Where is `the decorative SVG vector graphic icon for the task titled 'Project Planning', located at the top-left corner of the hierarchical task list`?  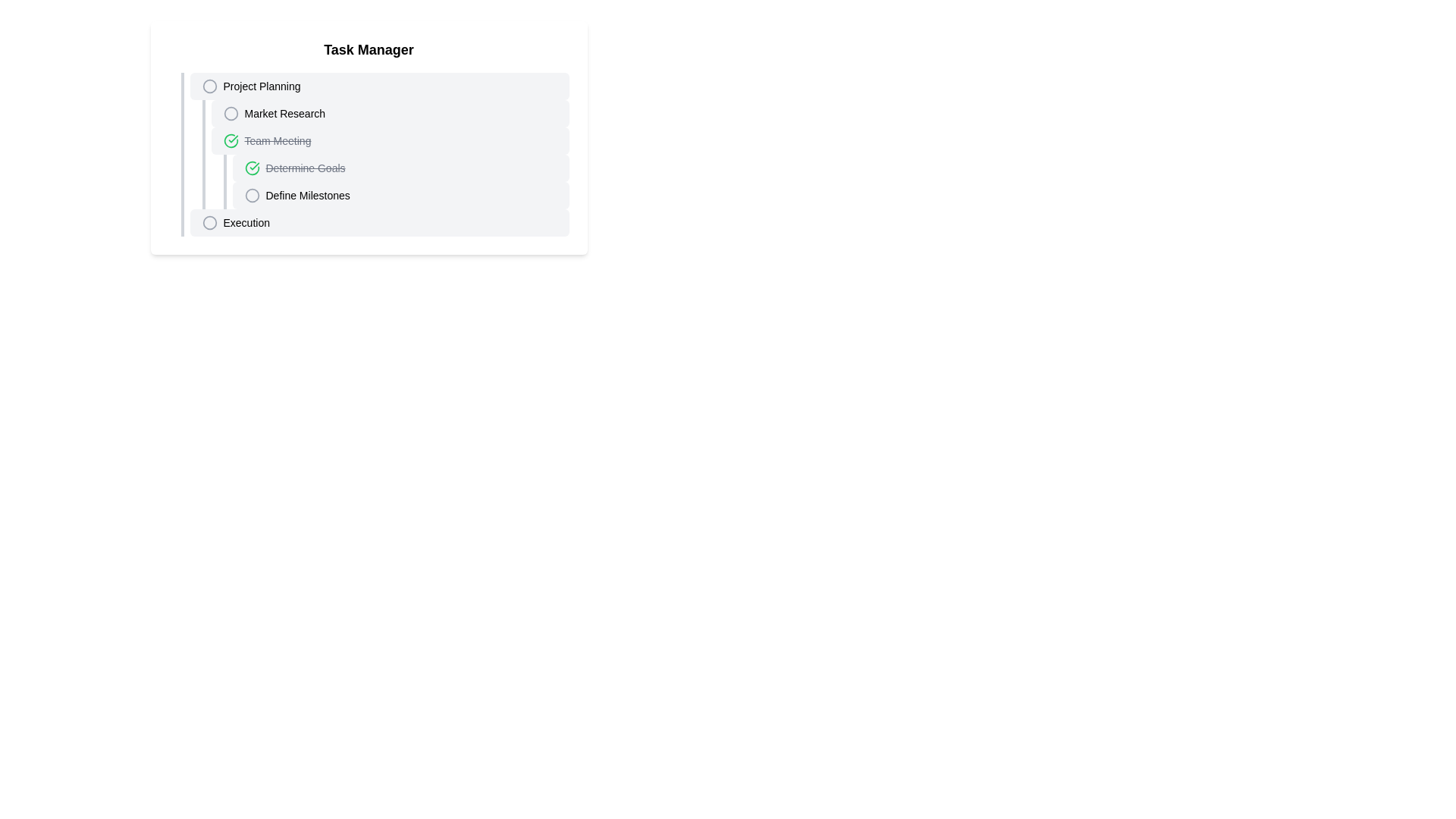
the decorative SVG vector graphic icon for the task titled 'Project Planning', located at the top-left corner of the hierarchical task list is located at coordinates (209, 86).